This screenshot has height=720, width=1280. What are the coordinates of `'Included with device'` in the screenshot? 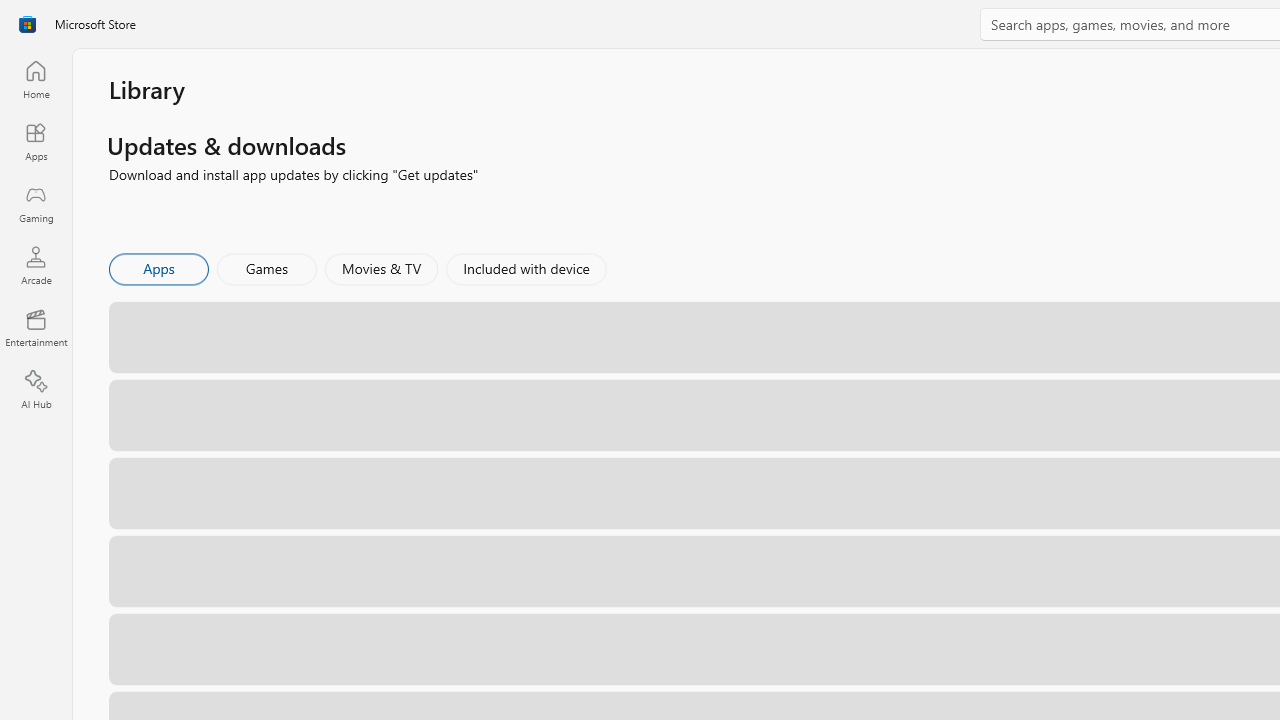 It's located at (525, 267).